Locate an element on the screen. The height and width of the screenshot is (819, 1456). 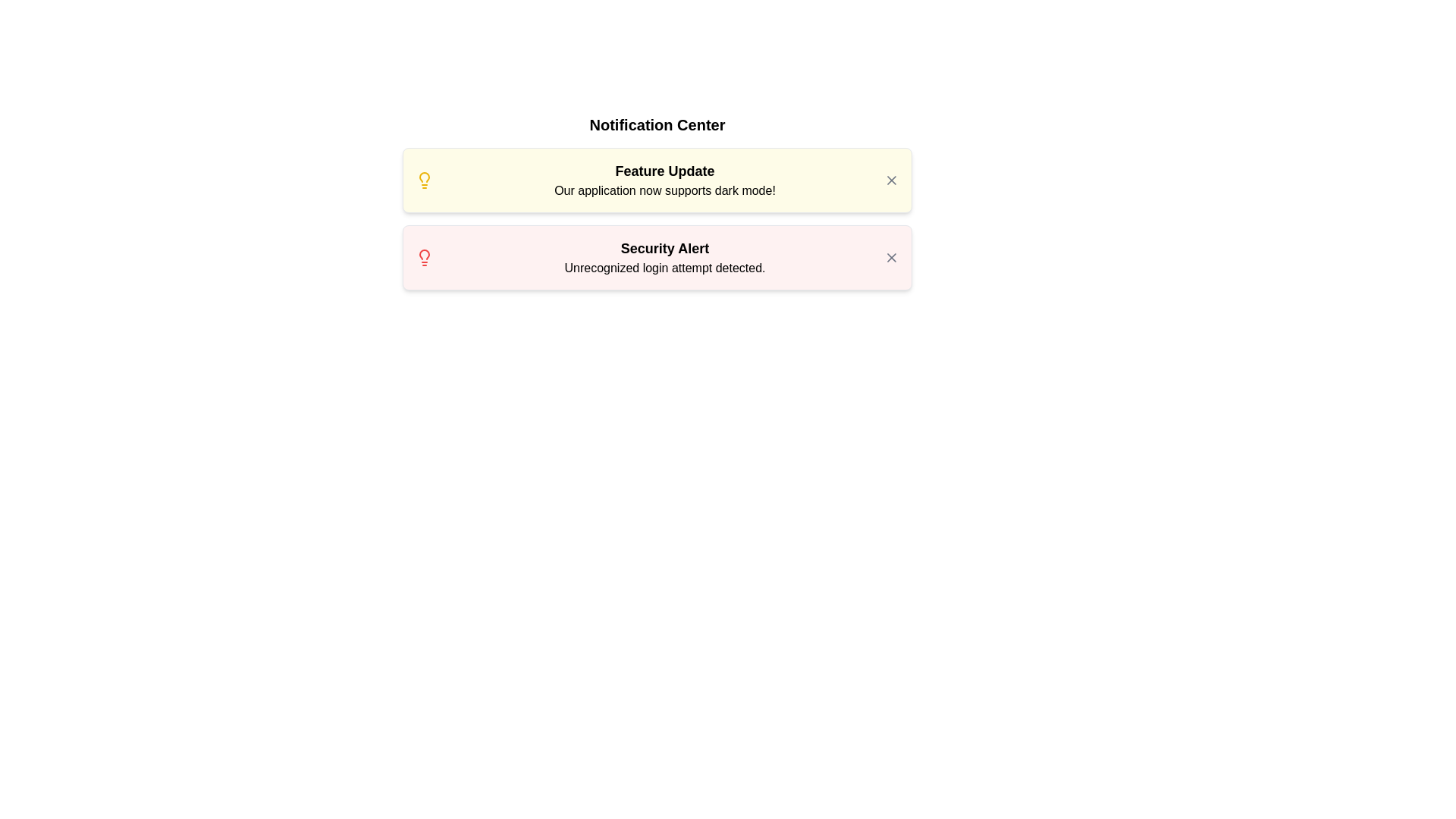
informational text regarding suspicious activity related to the user's account, located in the 'Security Alert' notification block in the Notification Center is located at coordinates (665, 268).